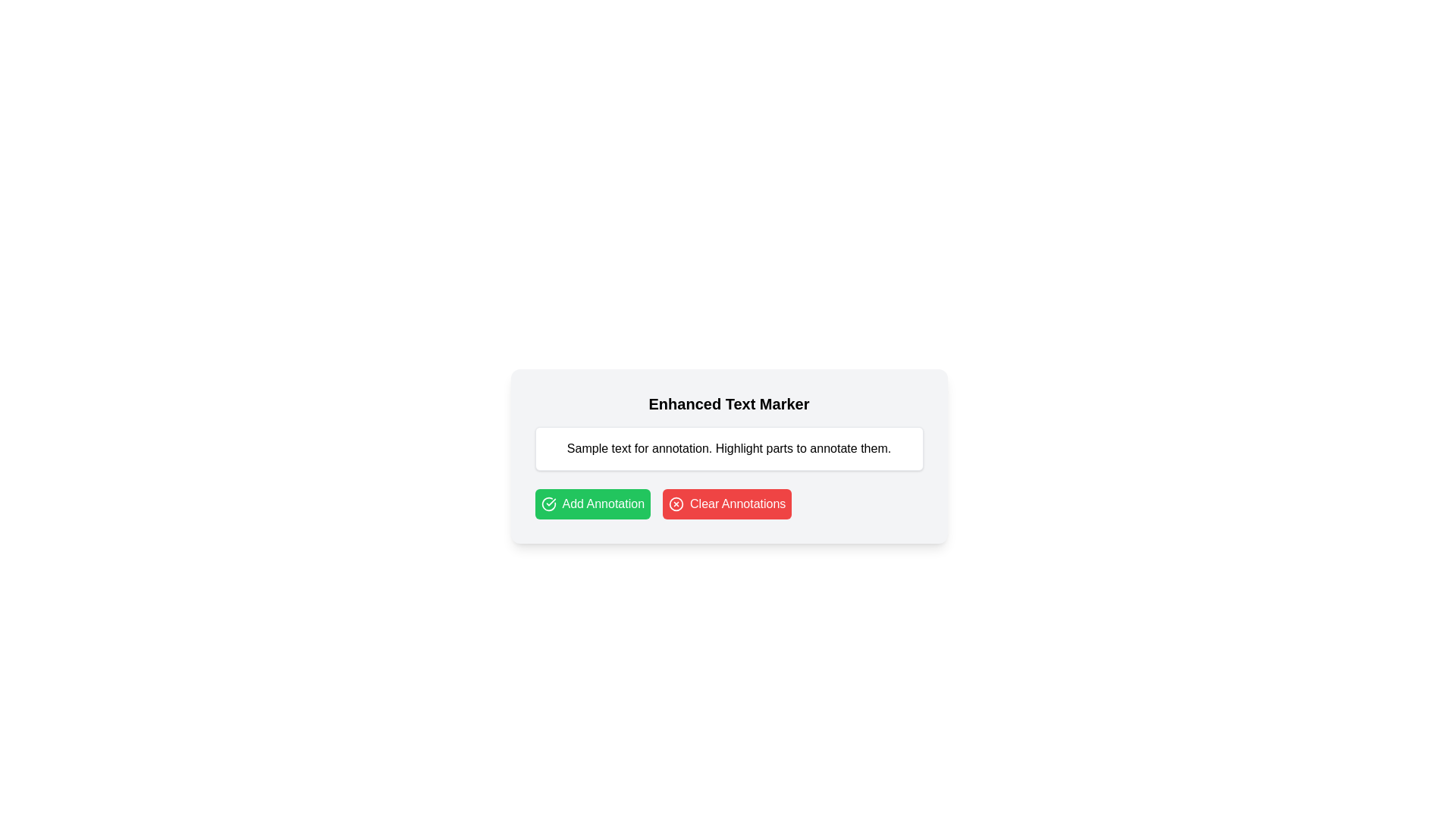 This screenshot has width=1456, height=819. What do you see at coordinates (675, 447) in the screenshot?
I see `the lowercase letter 'o' in the word 'annotation' of the phrase 'Sample text for annotation. Highlight parts to annotate them.'` at bounding box center [675, 447].